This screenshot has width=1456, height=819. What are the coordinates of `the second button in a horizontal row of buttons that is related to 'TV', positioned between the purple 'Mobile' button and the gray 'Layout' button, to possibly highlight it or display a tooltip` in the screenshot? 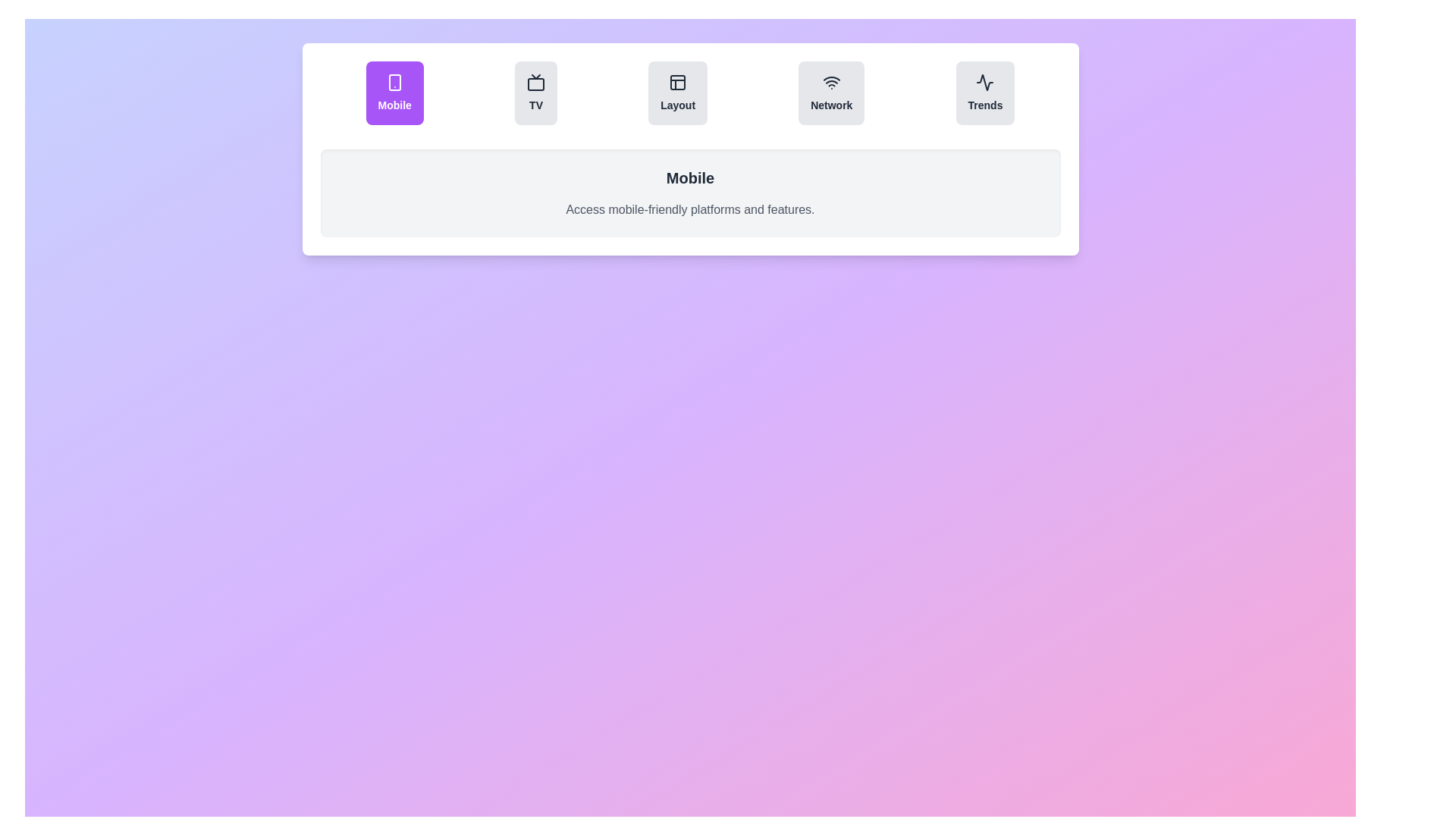 It's located at (535, 93).